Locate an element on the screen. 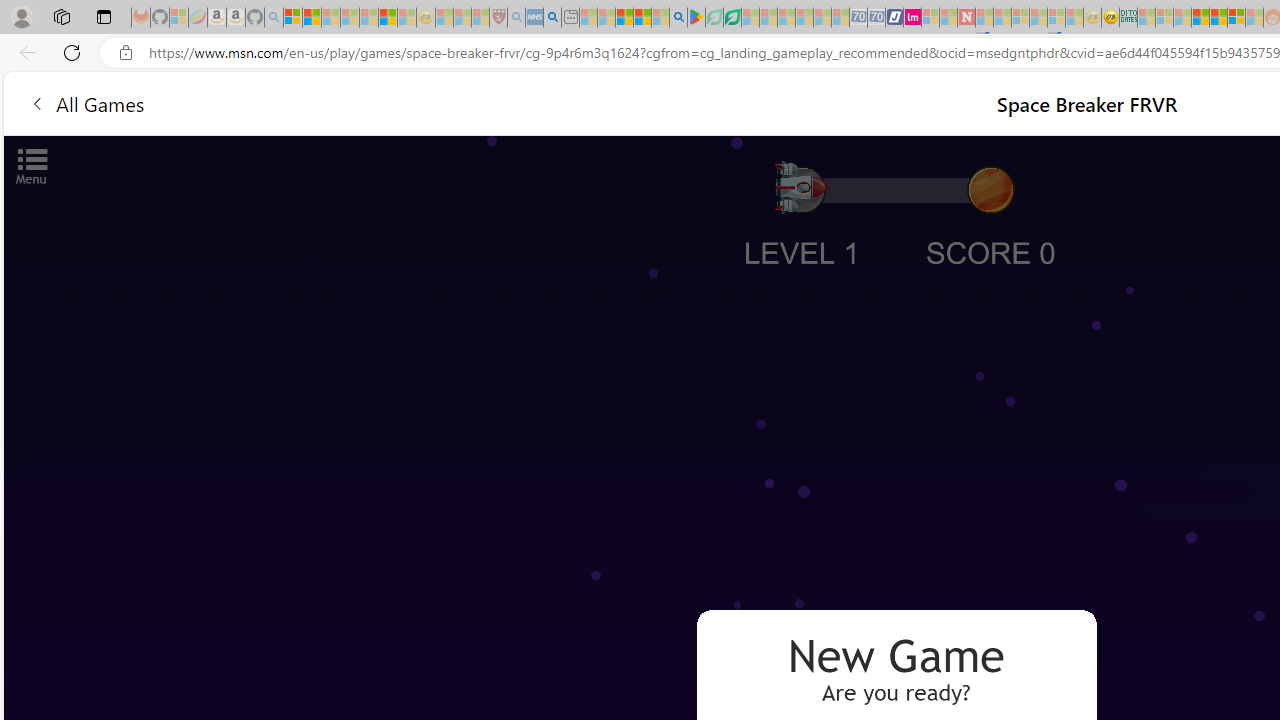 The width and height of the screenshot is (1280, 720). 'Jobs - lastminute.com Investor Portal' is located at coordinates (911, 17).